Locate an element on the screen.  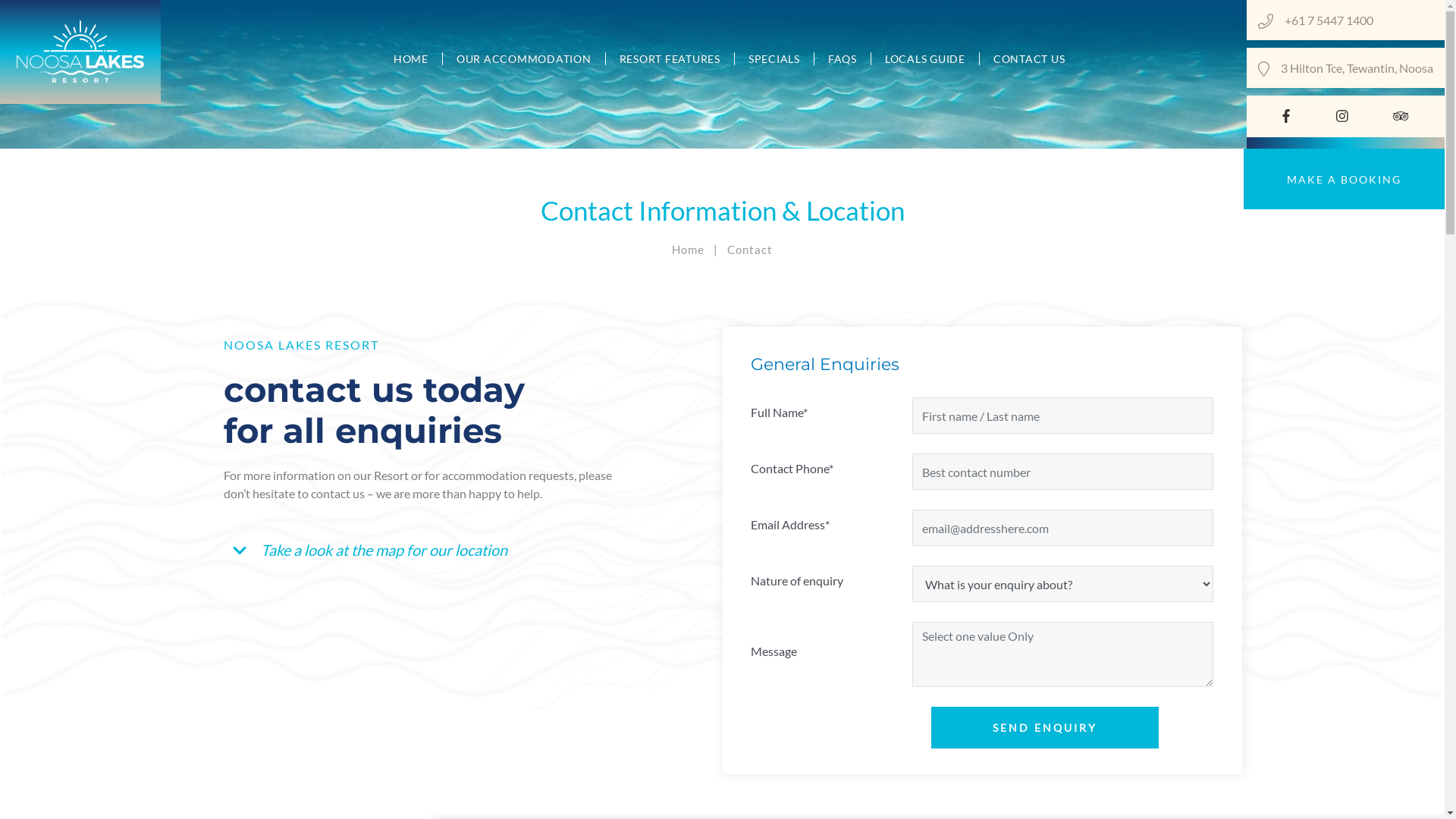
'RESORT FEATURES' is located at coordinates (669, 58).